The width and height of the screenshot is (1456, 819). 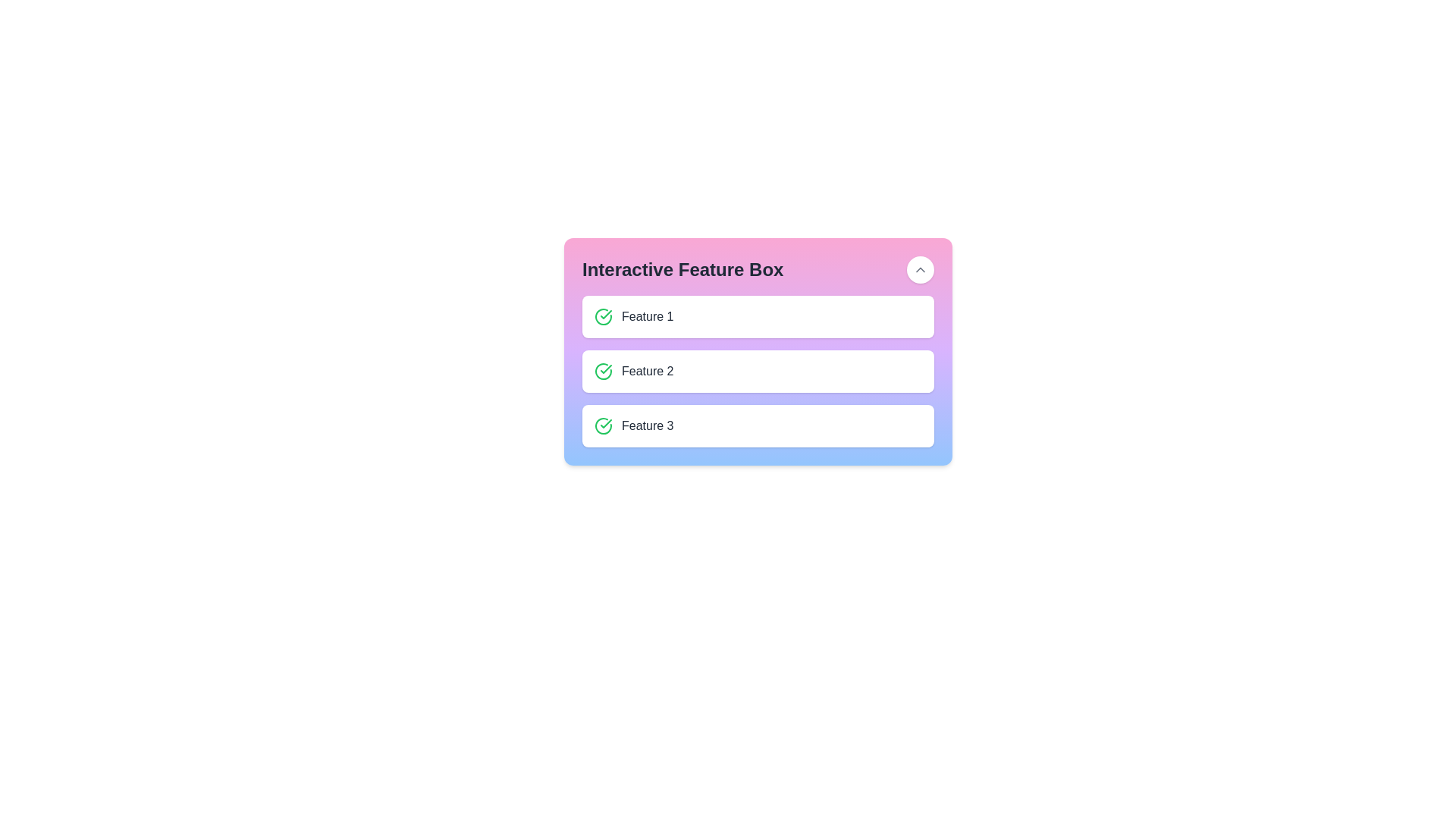 I want to click on the green circular check icon that represents confirmation for the list item labeled 'Feature 2', positioned in the middle of the vertically stacked list, so click(x=603, y=371).